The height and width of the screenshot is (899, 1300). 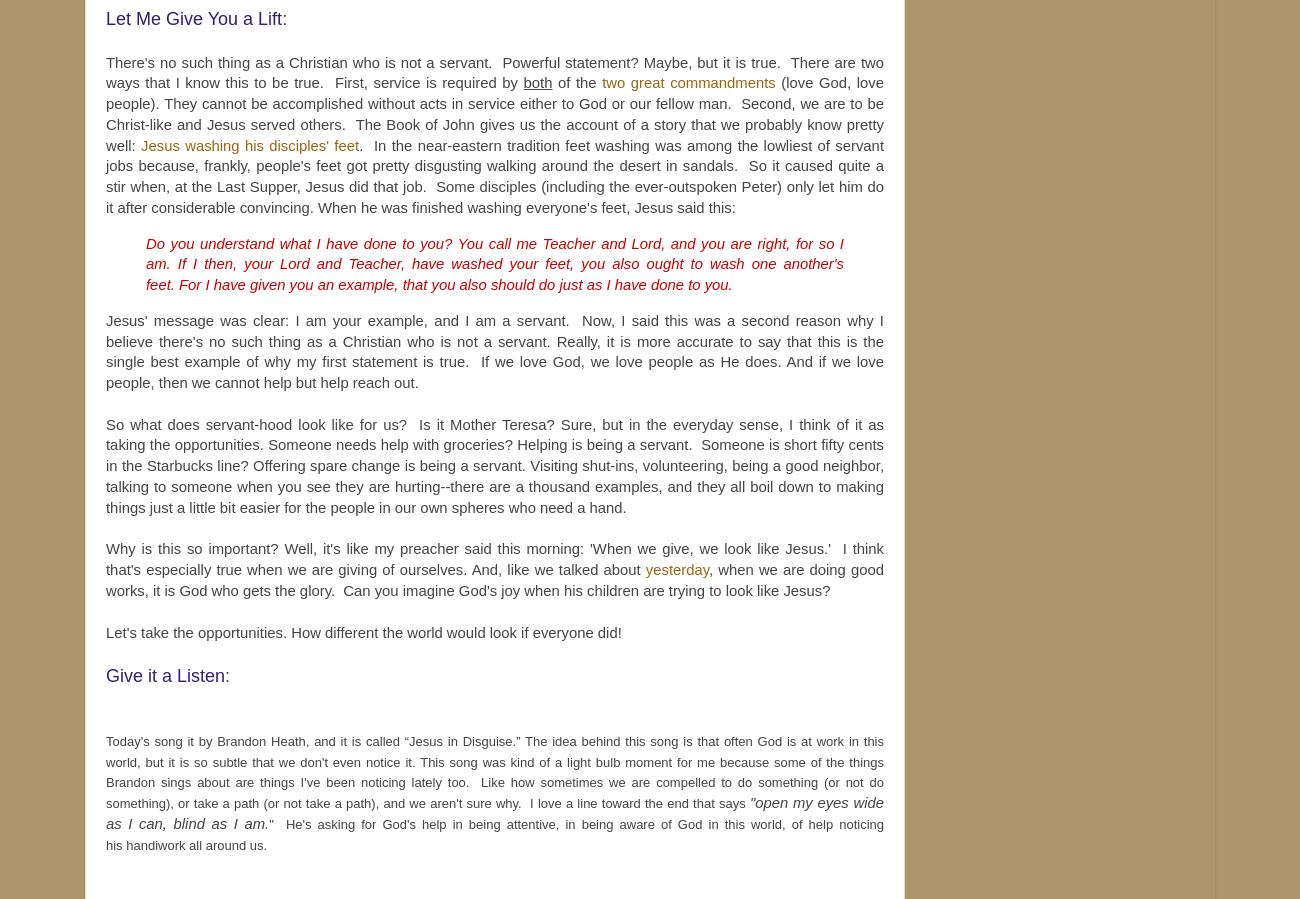 What do you see at coordinates (165, 674) in the screenshot?
I see `'Give it a Listen'` at bounding box center [165, 674].